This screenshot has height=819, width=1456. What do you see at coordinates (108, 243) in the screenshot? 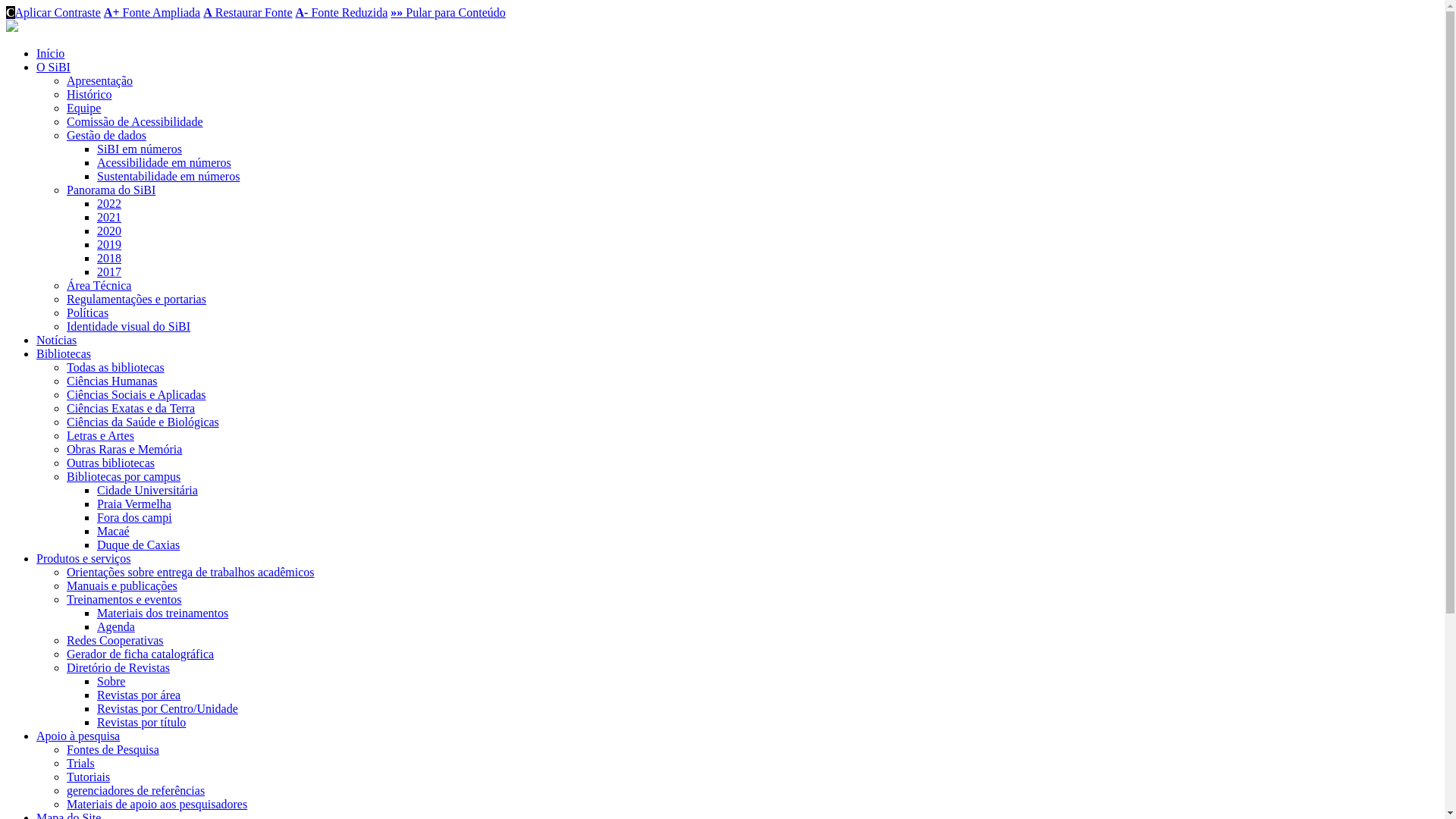
I see `'2019'` at bounding box center [108, 243].